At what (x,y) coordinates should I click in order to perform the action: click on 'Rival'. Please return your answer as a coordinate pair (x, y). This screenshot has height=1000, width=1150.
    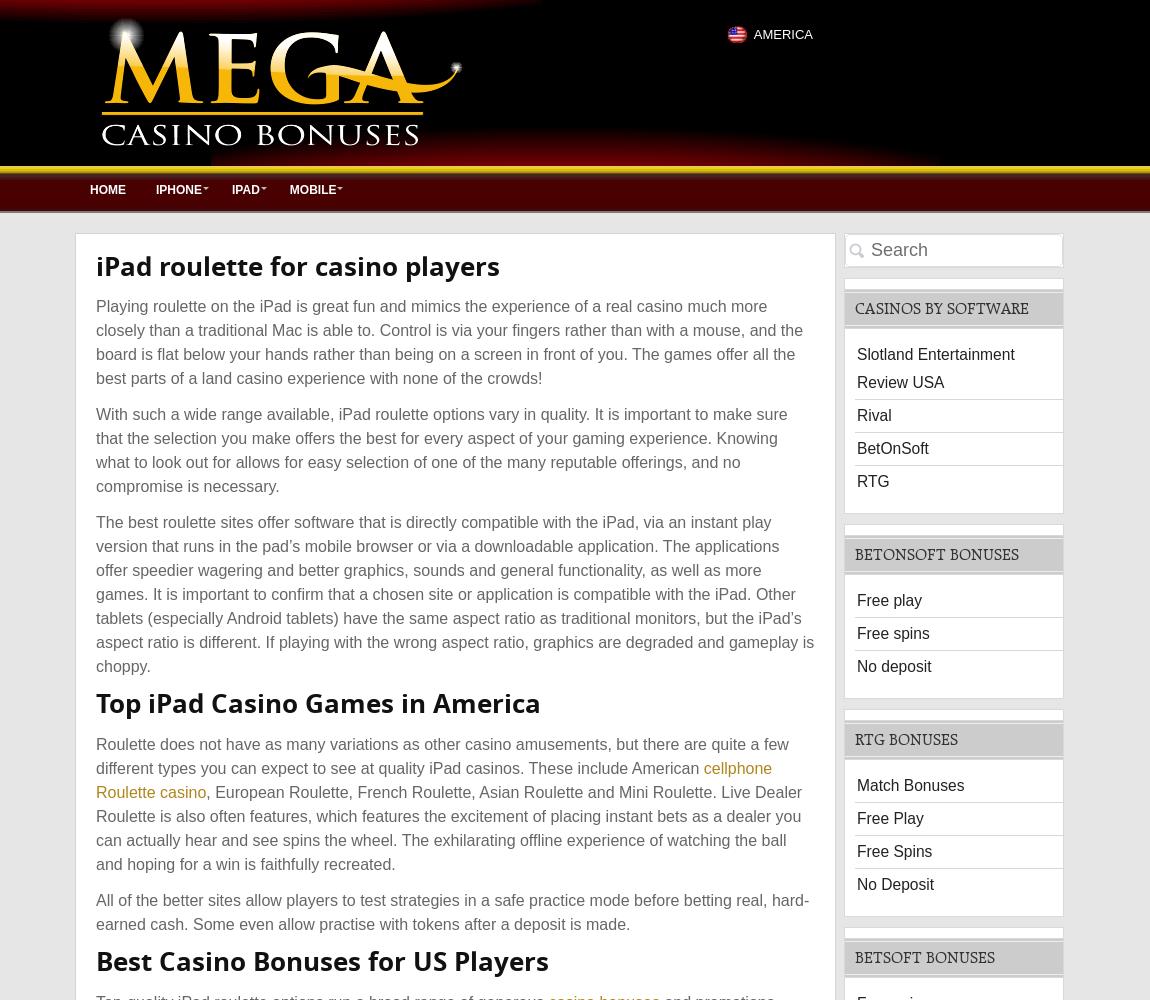
    Looking at the image, I should click on (874, 414).